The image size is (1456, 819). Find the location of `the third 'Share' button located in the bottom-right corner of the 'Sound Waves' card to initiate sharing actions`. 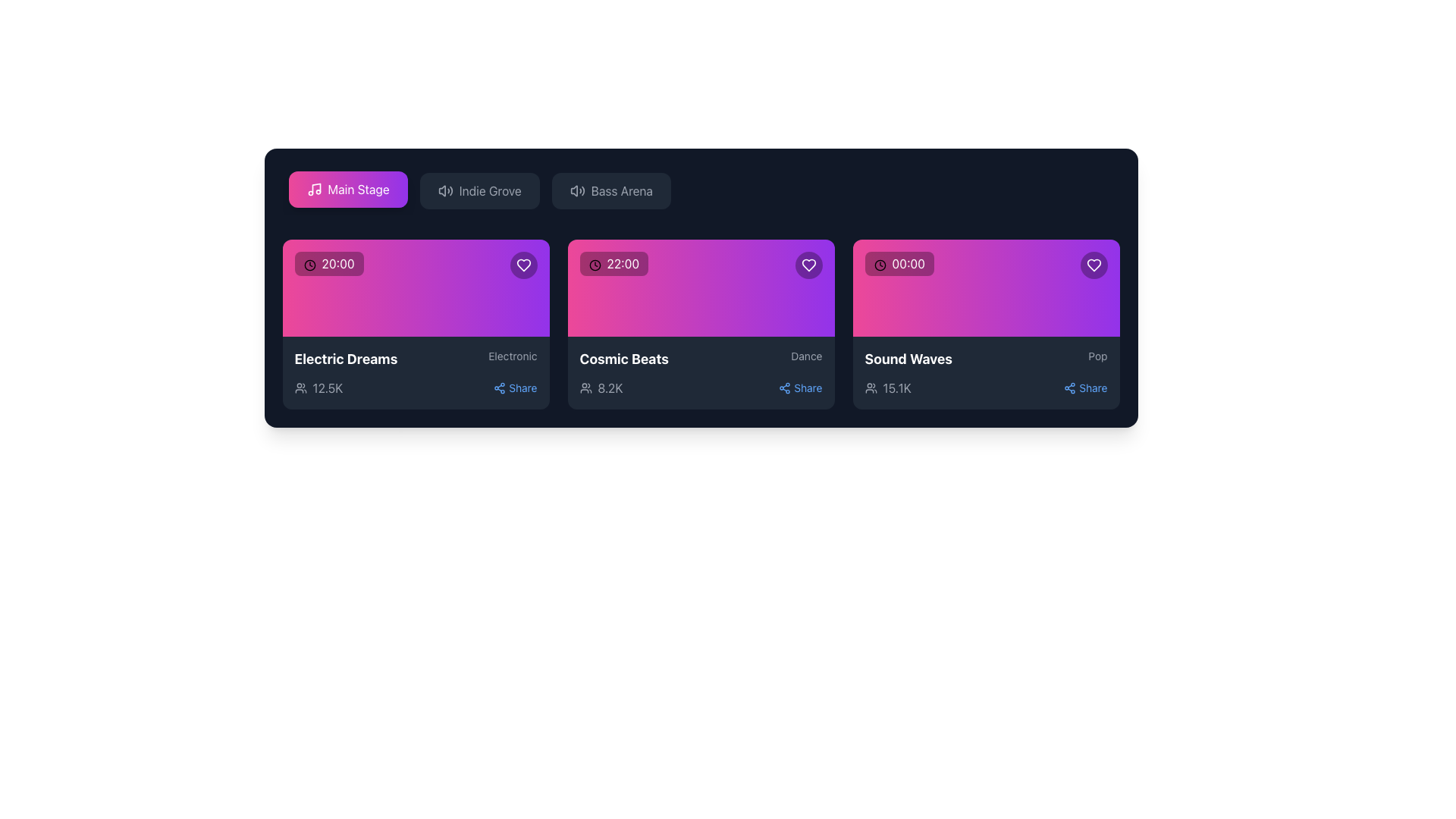

the third 'Share' button located in the bottom-right corner of the 'Sound Waves' card to initiate sharing actions is located at coordinates (1084, 388).